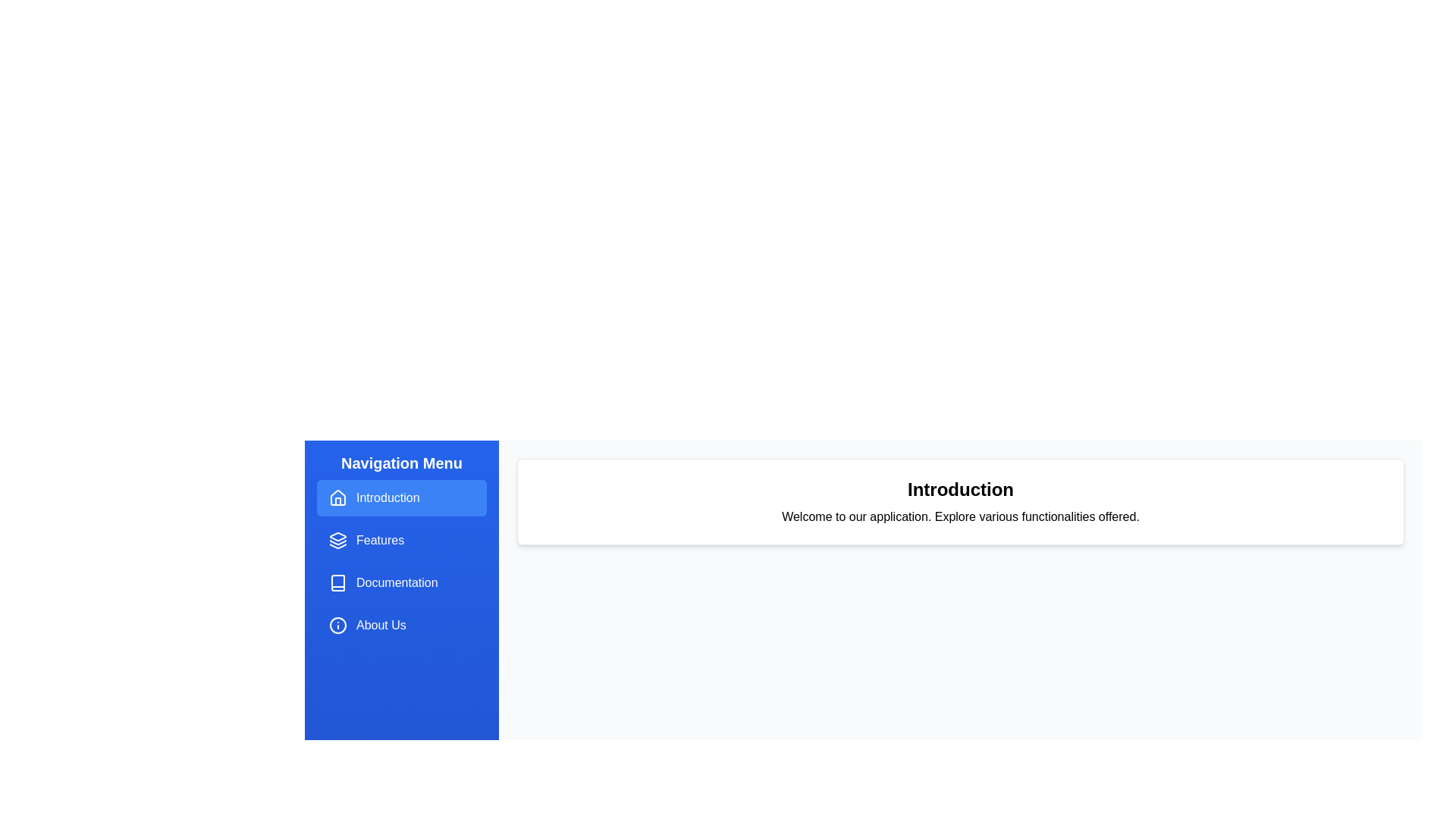  I want to click on the SVG graphic circle icon representing the 'About Us' section in the vertical navigation menu located on the left side of the interface, so click(337, 626).